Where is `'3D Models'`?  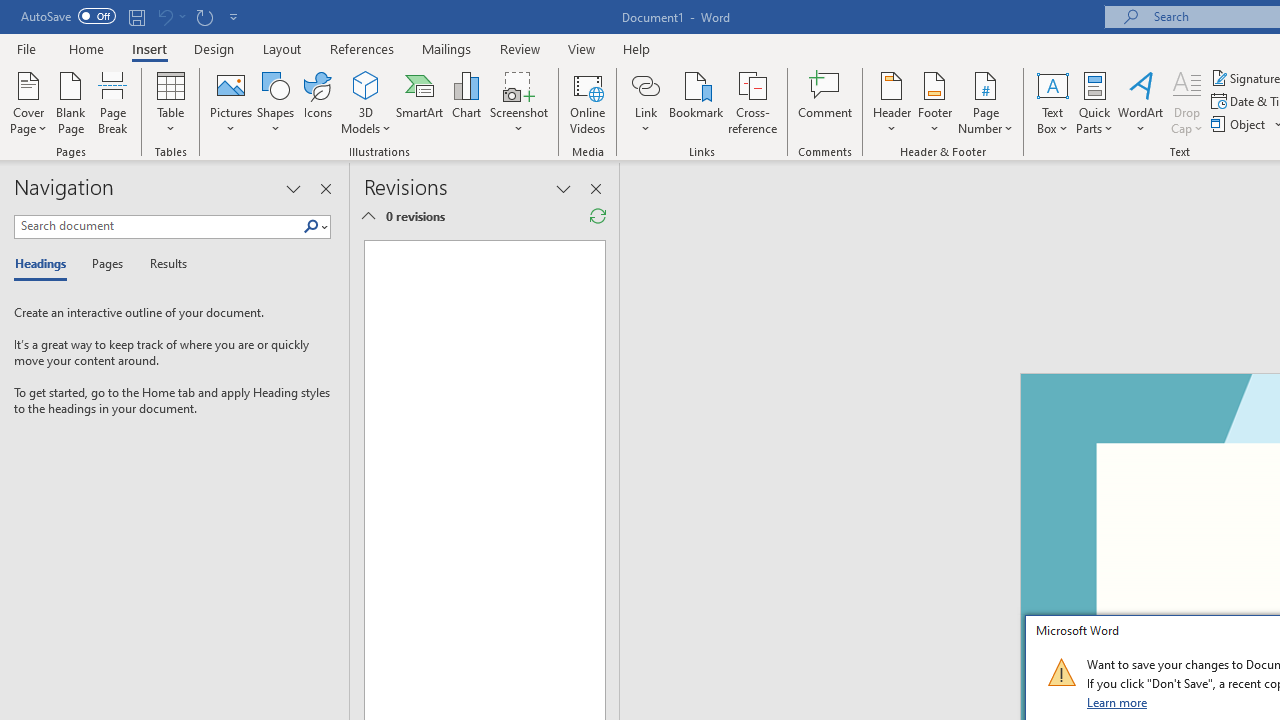
'3D Models' is located at coordinates (366, 84).